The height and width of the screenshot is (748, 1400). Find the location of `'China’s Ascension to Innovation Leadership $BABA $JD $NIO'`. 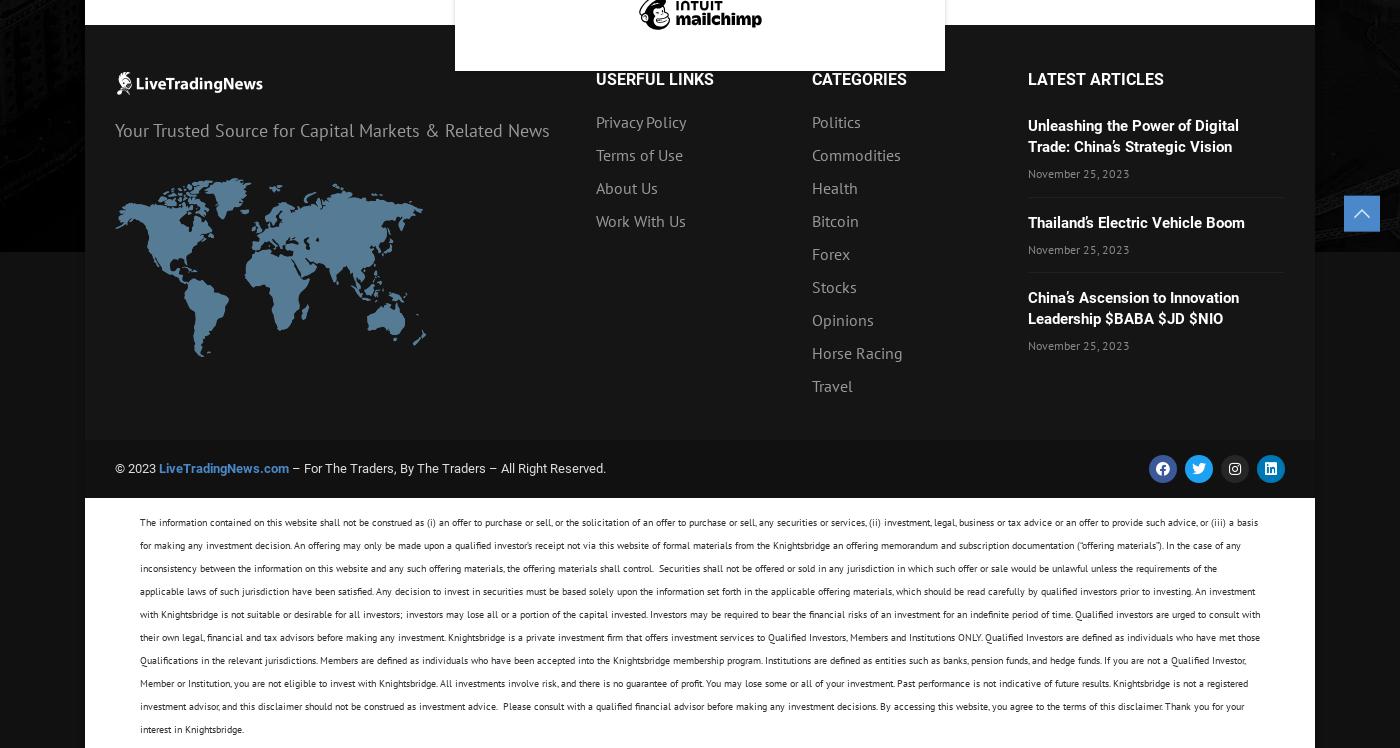

'China’s Ascension to Innovation Leadership $BABA $JD $NIO' is located at coordinates (1028, 308).